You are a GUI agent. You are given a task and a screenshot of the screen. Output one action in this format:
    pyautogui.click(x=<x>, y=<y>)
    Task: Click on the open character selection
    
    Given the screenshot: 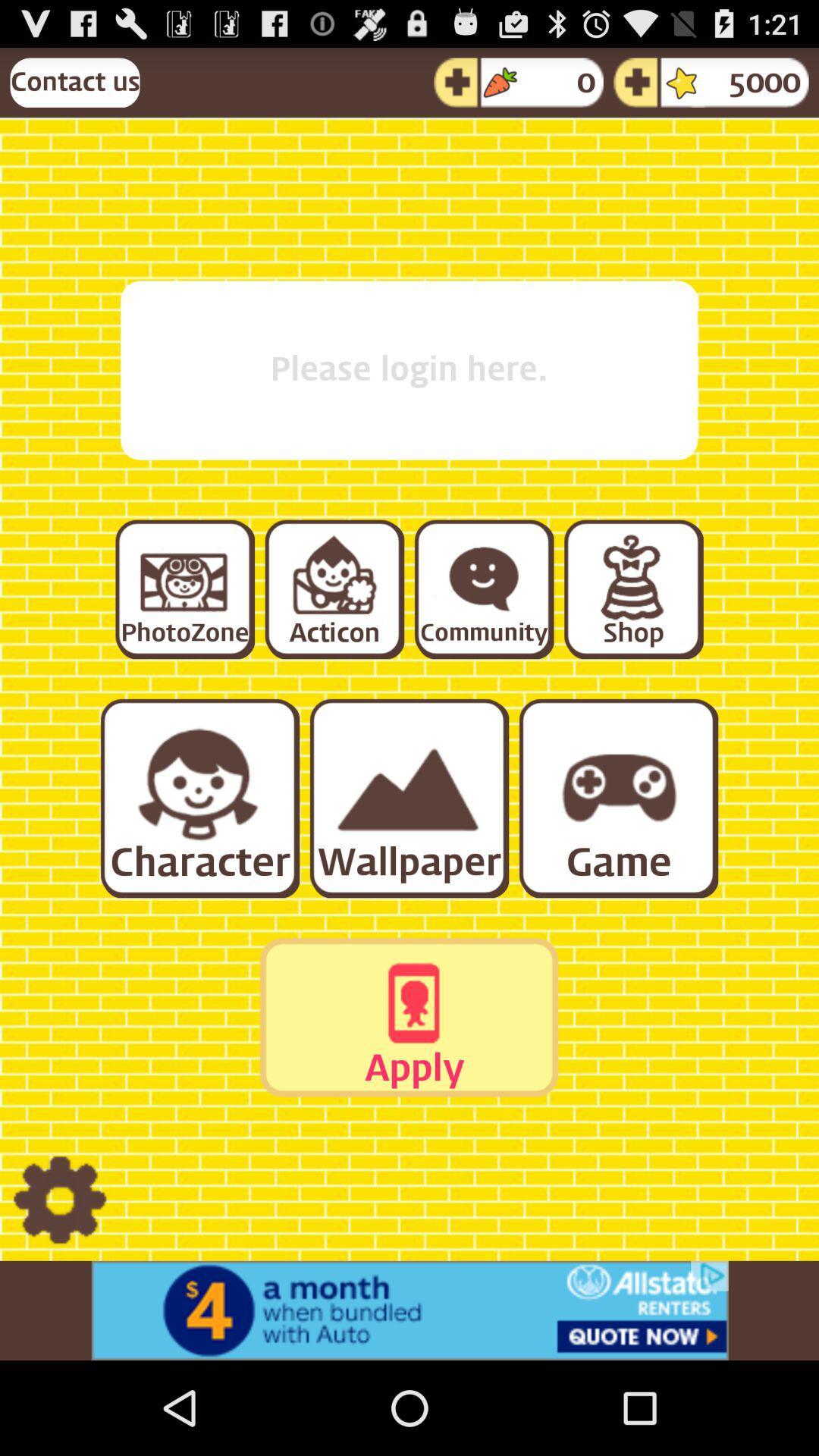 What is the action you would take?
    pyautogui.click(x=198, y=796)
    